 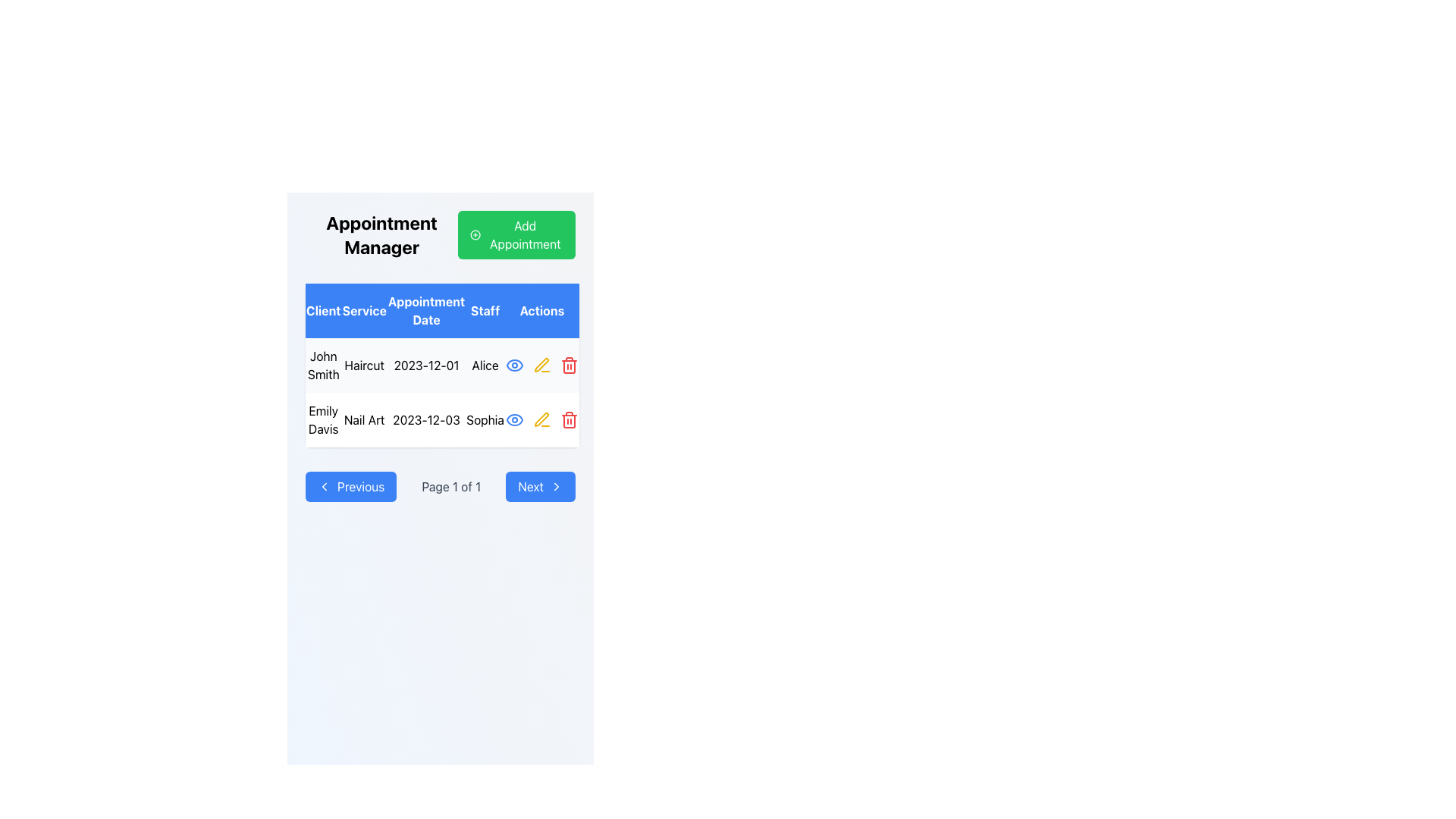 What do you see at coordinates (541, 366) in the screenshot?
I see `the yellow-colored pen icon under the 'Actions' column in the first row of the table corresponding to user 'John Smith' to initiate editing` at bounding box center [541, 366].